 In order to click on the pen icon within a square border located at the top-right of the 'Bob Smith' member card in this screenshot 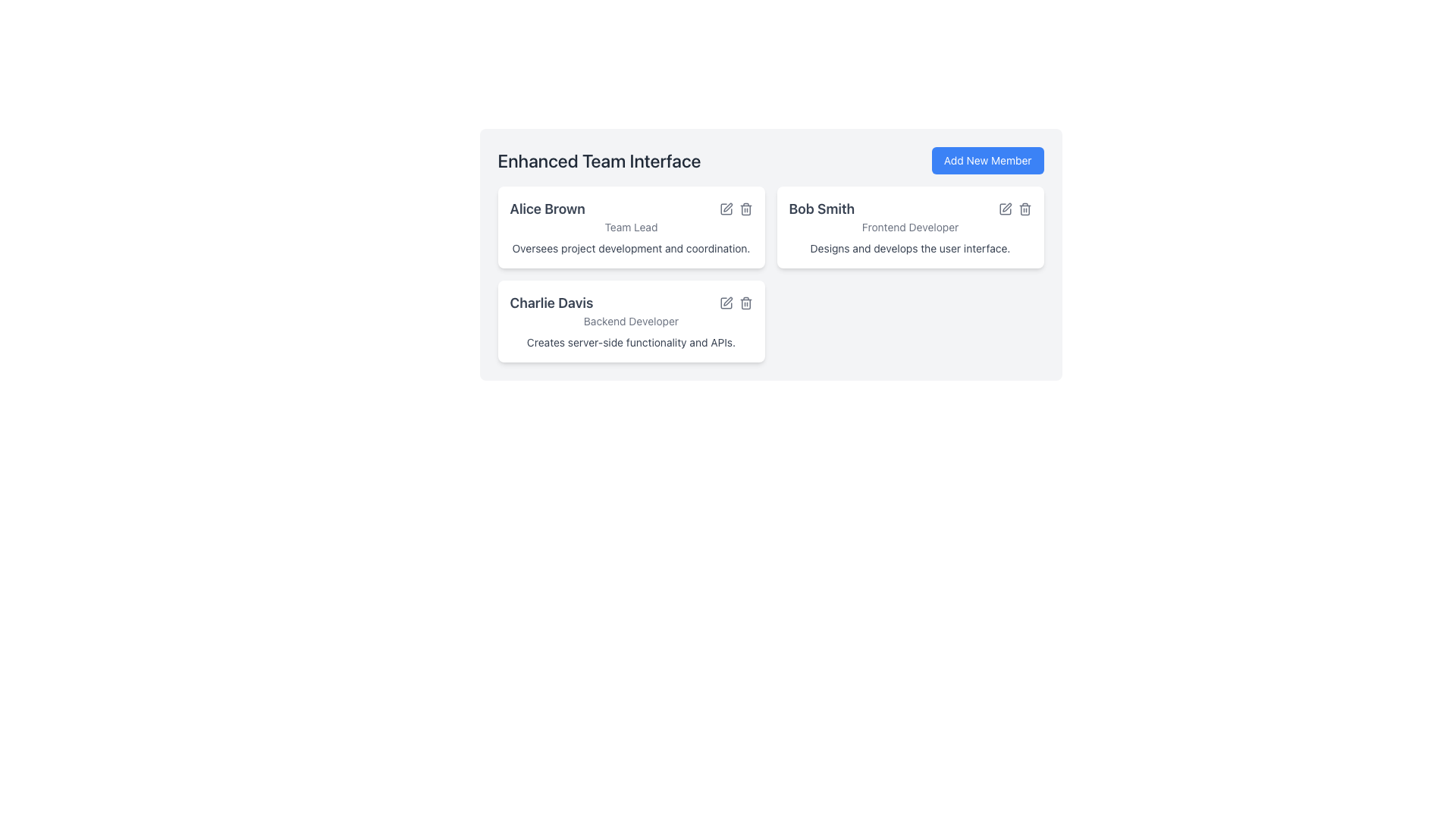, I will do `click(1006, 207)`.